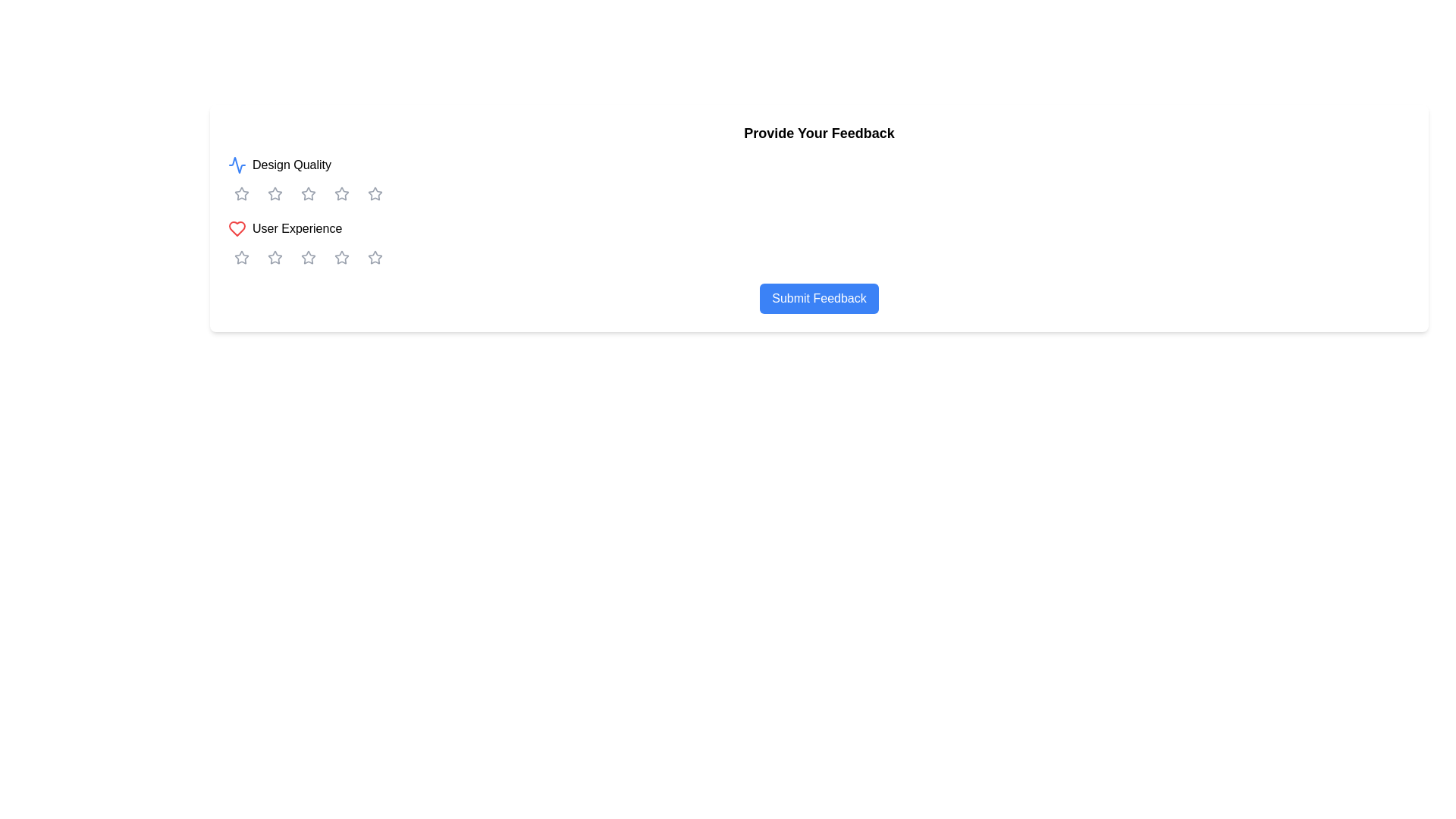 This screenshot has width=1456, height=819. What do you see at coordinates (375, 256) in the screenshot?
I see `the fifth star in the rating icon sequence` at bounding box center [375, 256].